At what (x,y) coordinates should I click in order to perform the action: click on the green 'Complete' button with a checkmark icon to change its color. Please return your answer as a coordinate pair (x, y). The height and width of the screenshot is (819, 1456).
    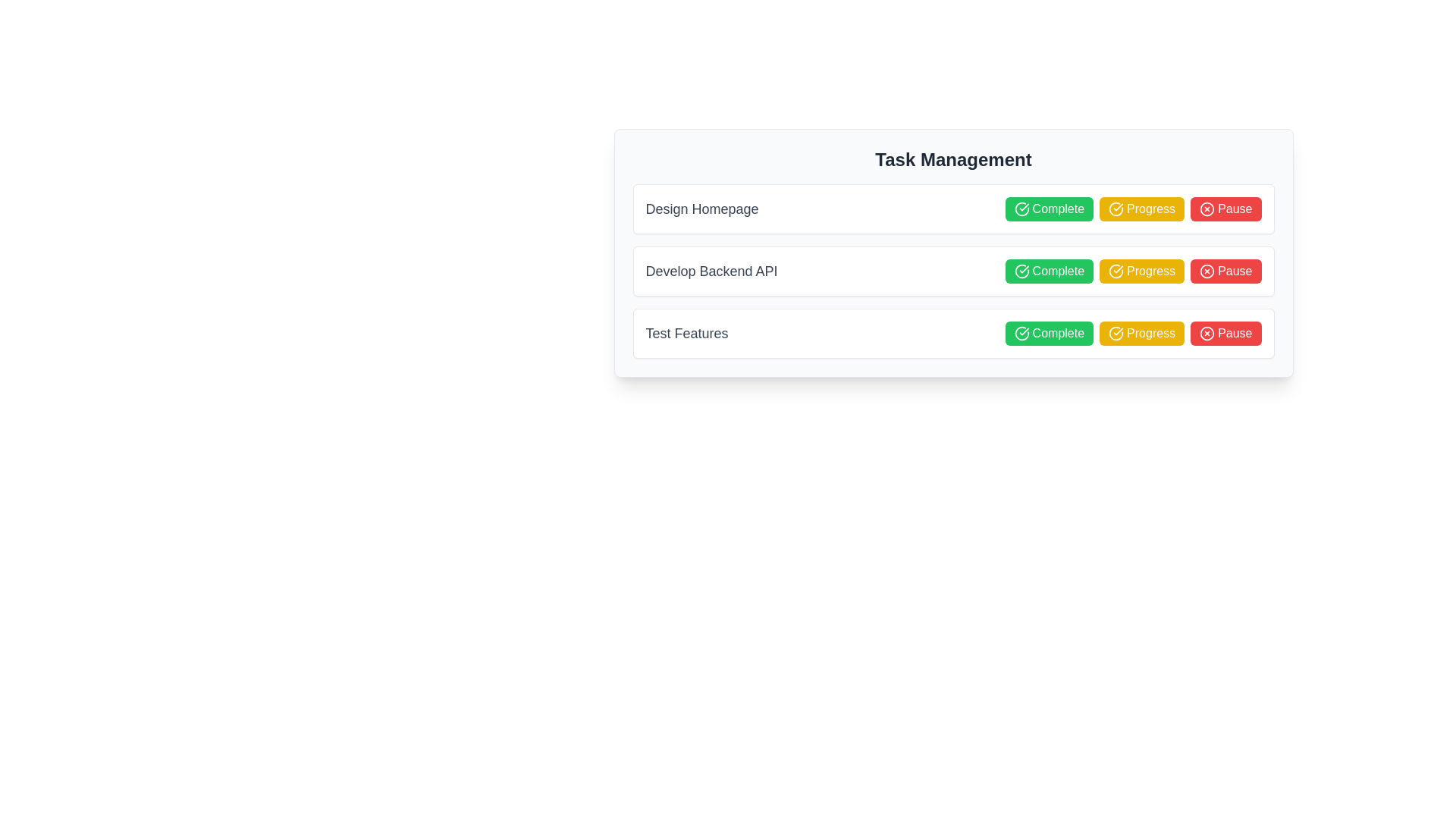
    Looking at the image, I should click on (1048, 271).